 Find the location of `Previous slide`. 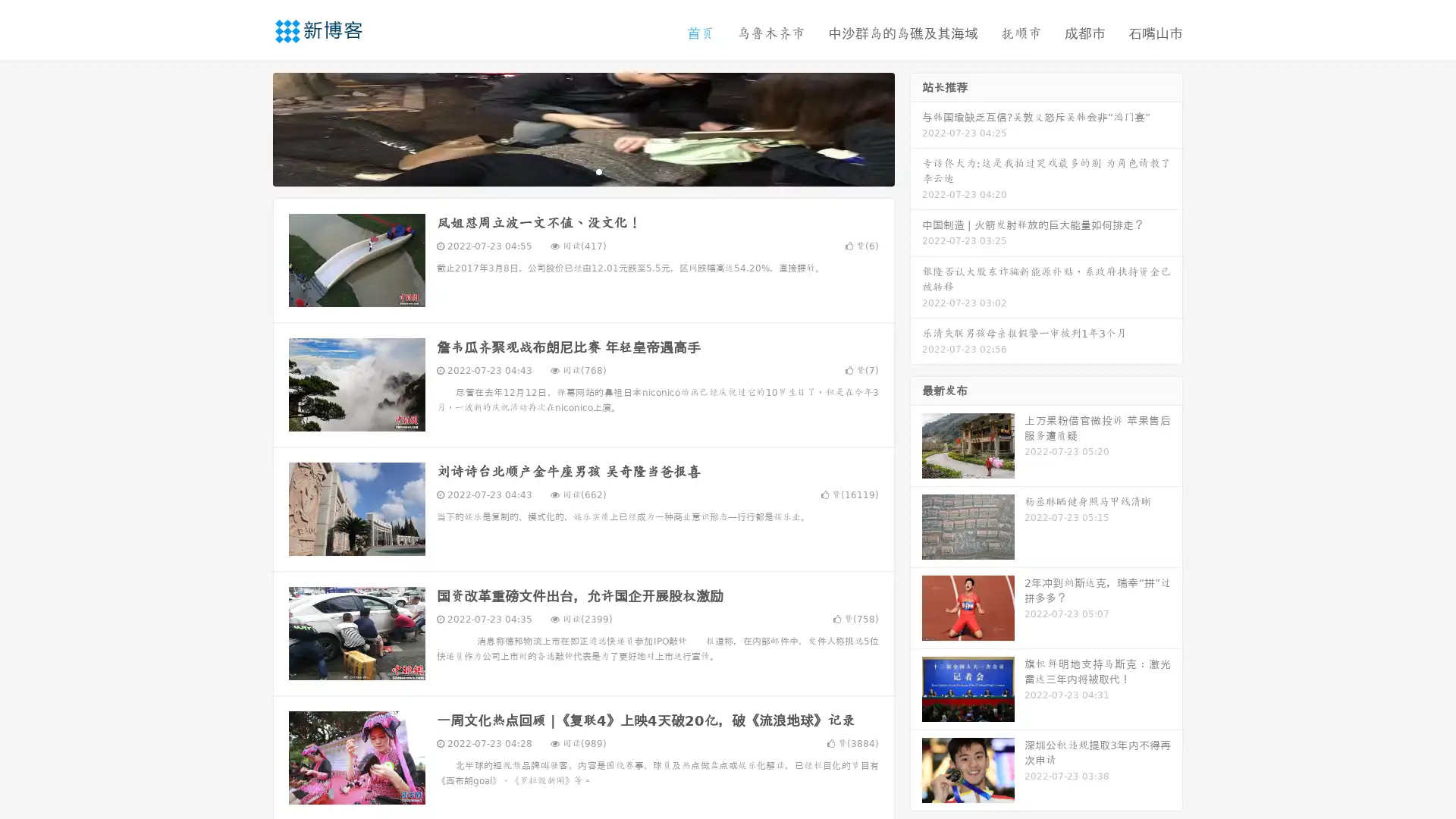

Previous slide is located at coordinates (250, 127).